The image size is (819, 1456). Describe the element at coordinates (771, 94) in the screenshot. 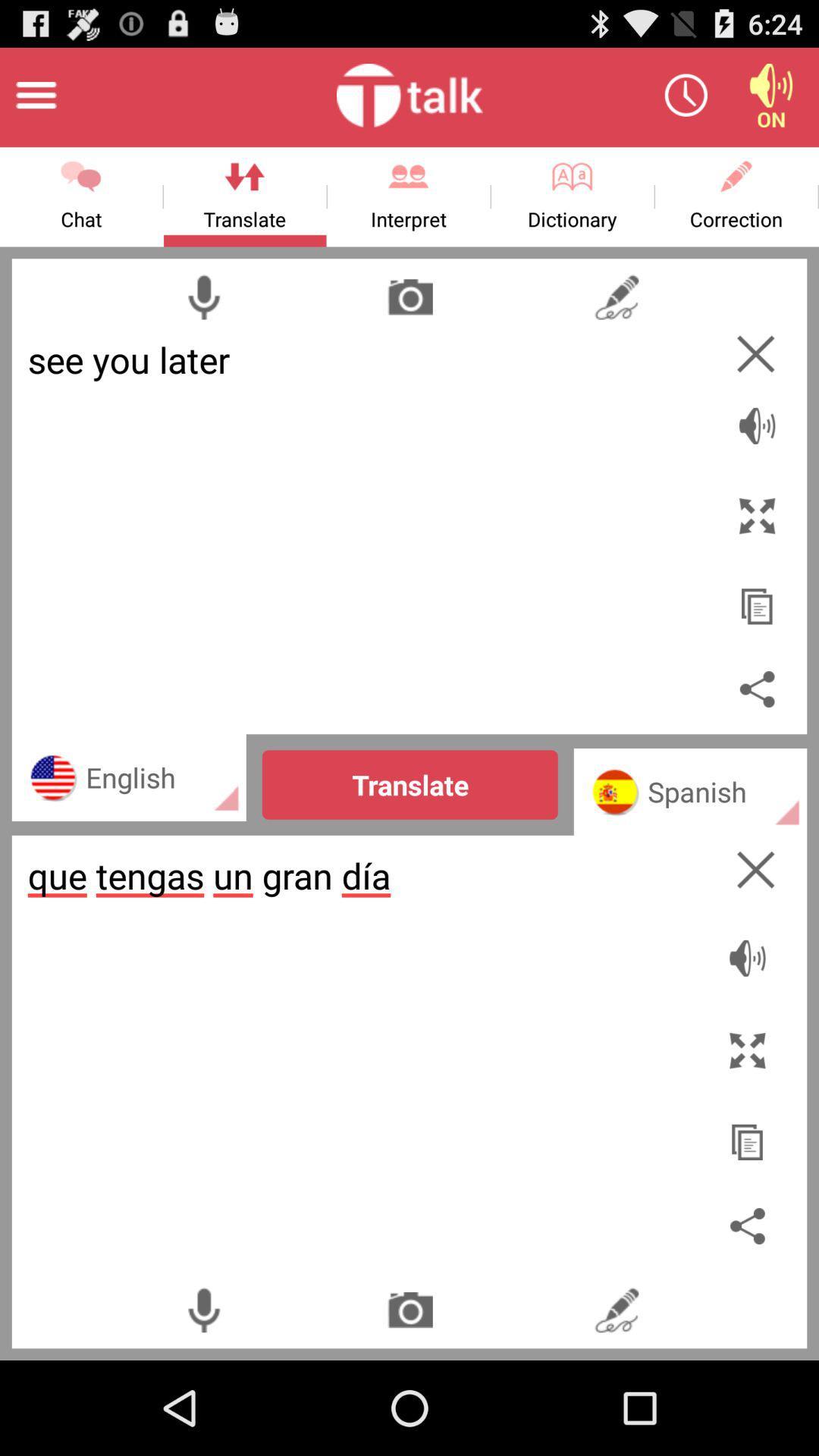

I see `sound` at that location.